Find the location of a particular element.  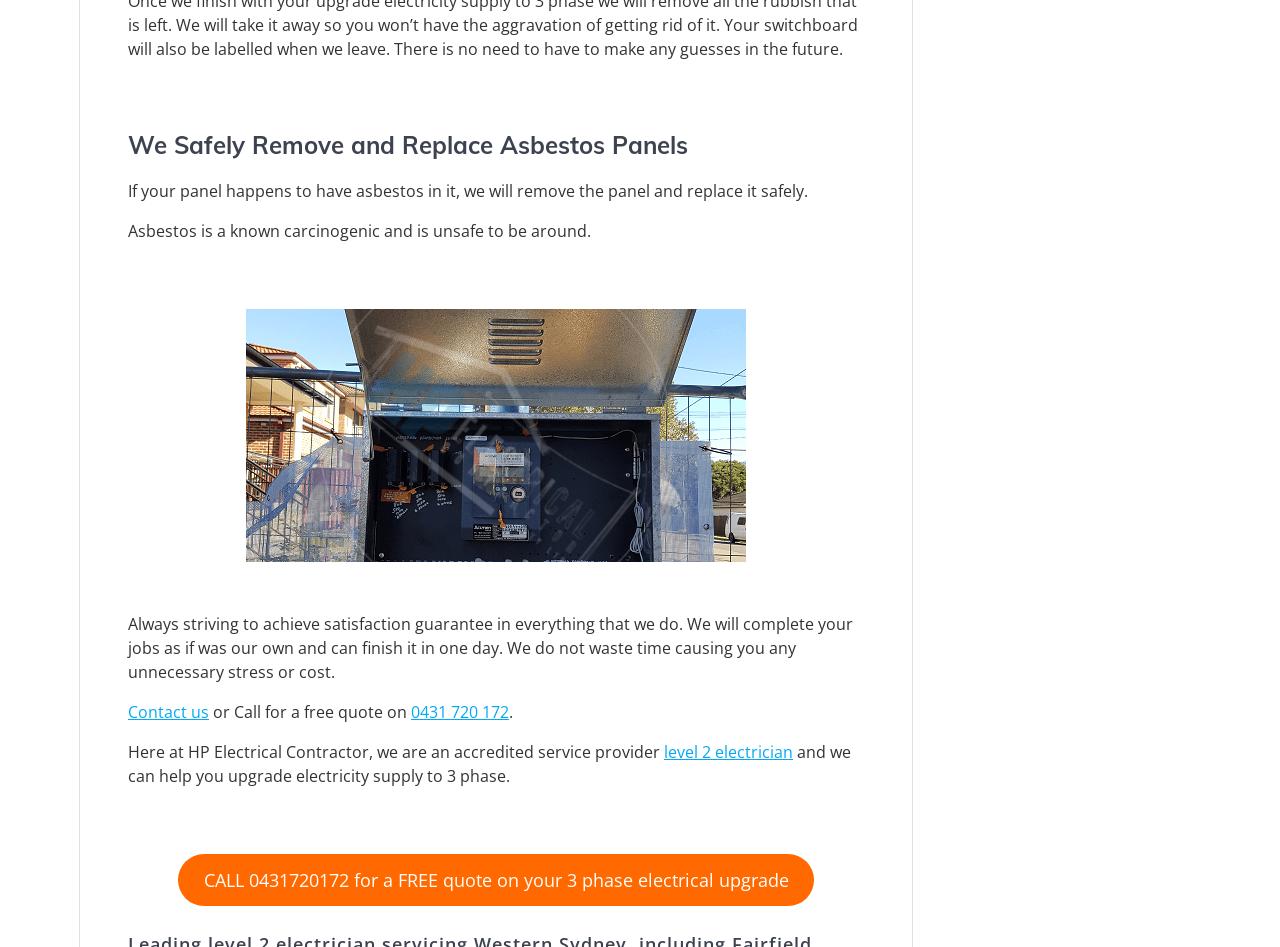

'Asbestos is a known carcinogenic and is unsafe to be around.' is located at coordinates (359, 230).